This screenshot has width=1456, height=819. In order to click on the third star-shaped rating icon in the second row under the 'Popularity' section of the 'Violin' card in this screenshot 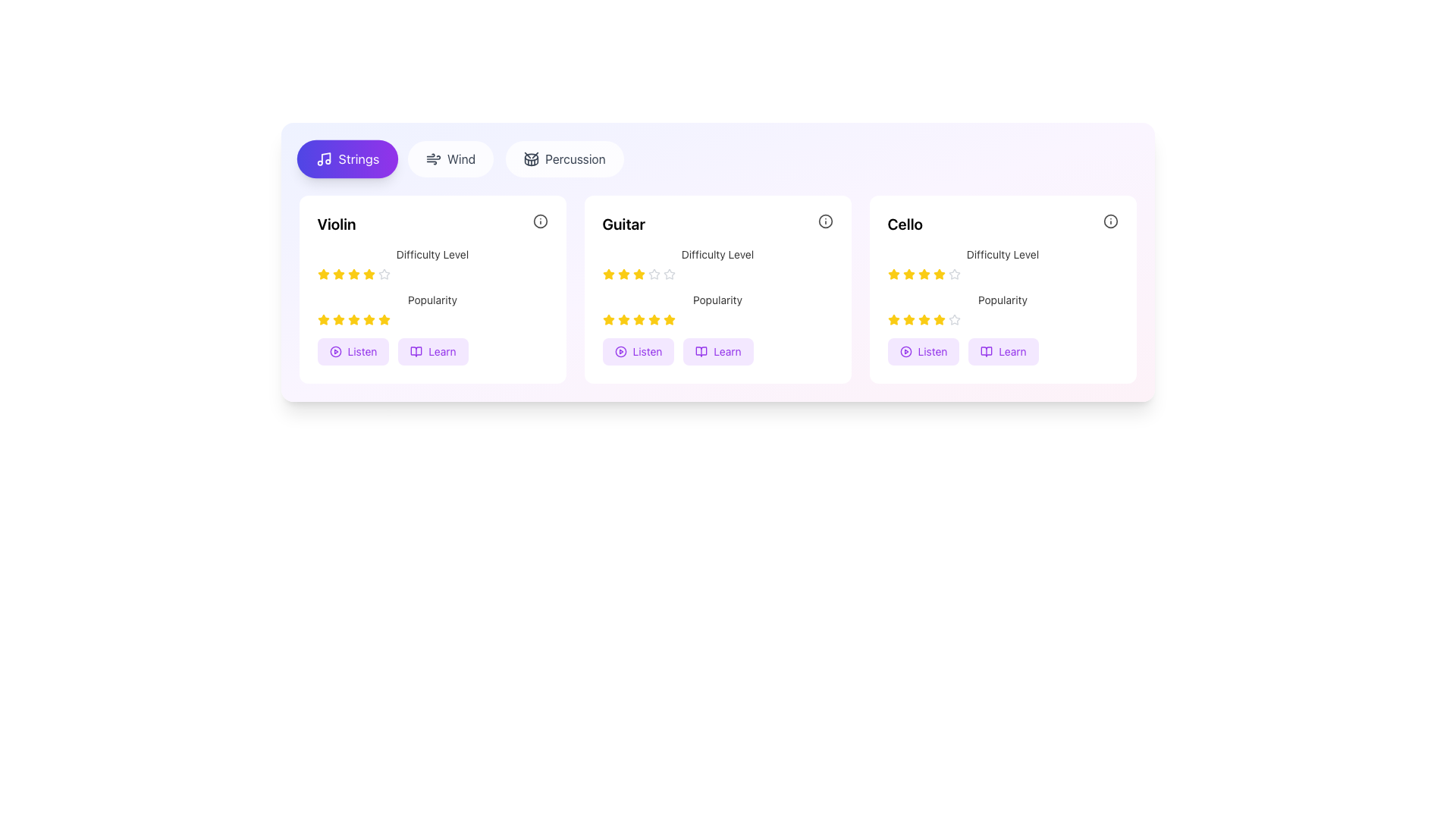, I will do `click(353, 318)`.